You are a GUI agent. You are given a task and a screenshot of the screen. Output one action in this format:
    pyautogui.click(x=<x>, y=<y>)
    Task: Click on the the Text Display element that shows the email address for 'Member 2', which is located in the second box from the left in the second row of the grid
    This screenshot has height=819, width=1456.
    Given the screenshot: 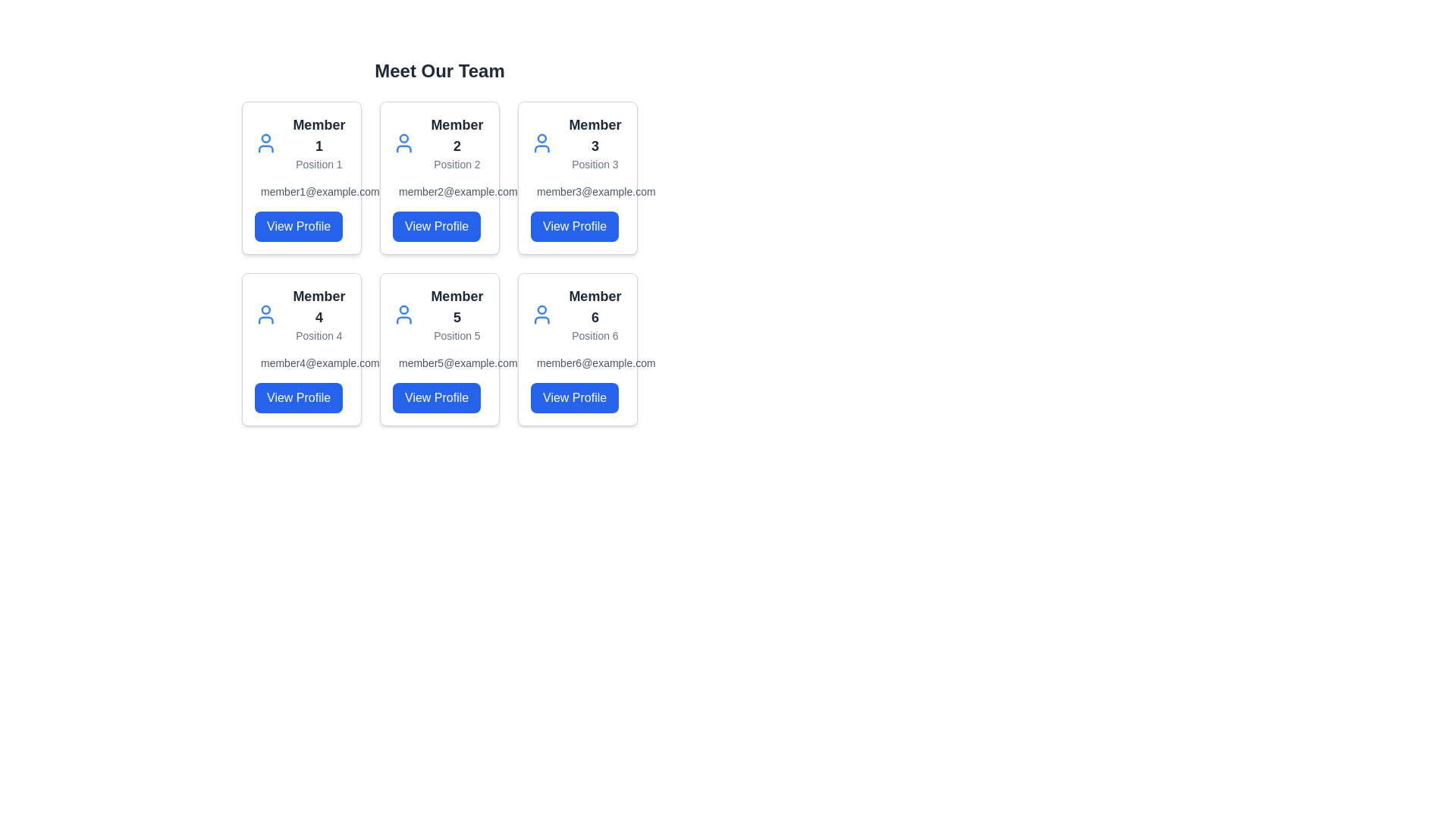 What is the action you would take?
    pyautogui.click(x=439, y=191)
    